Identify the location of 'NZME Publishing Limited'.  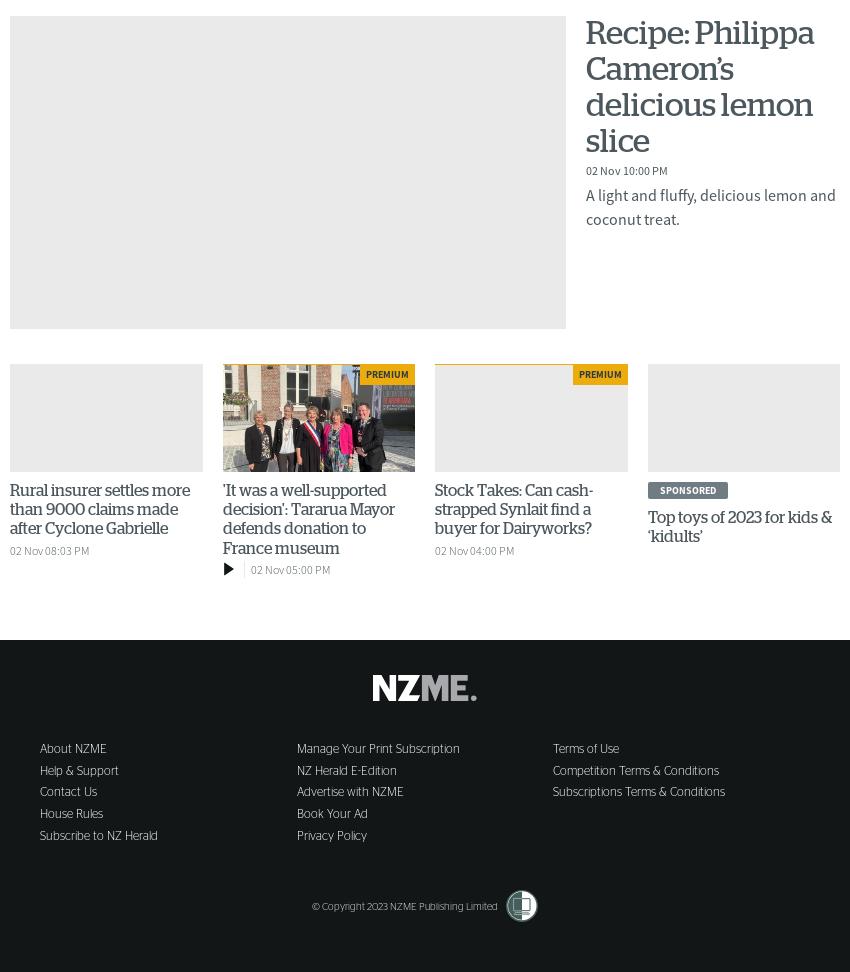
(442, 906).